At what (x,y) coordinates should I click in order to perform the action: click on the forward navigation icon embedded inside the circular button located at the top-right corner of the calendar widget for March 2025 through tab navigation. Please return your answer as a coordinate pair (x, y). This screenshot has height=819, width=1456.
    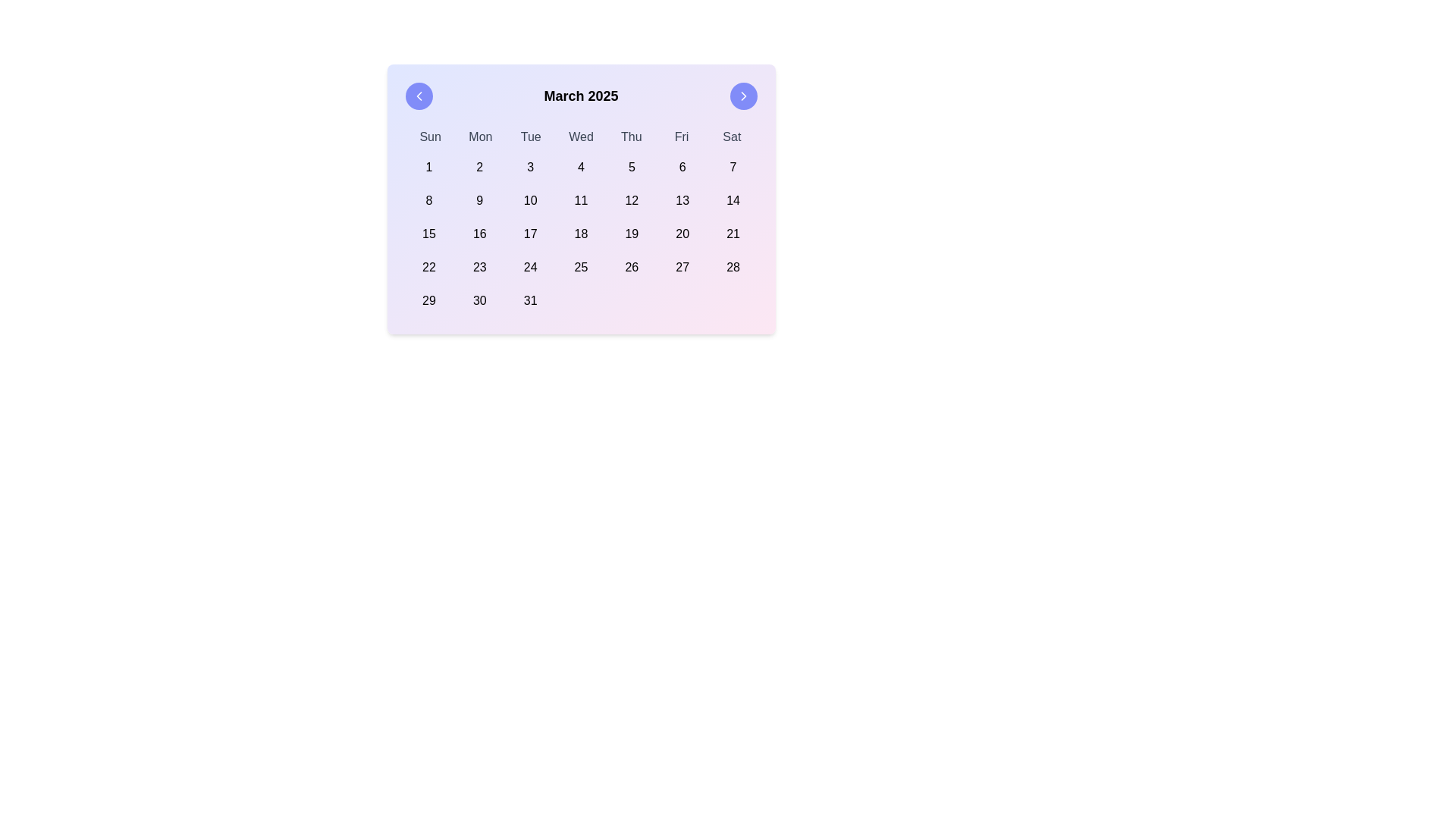
    Looking at the image, I should click on (743, 96).